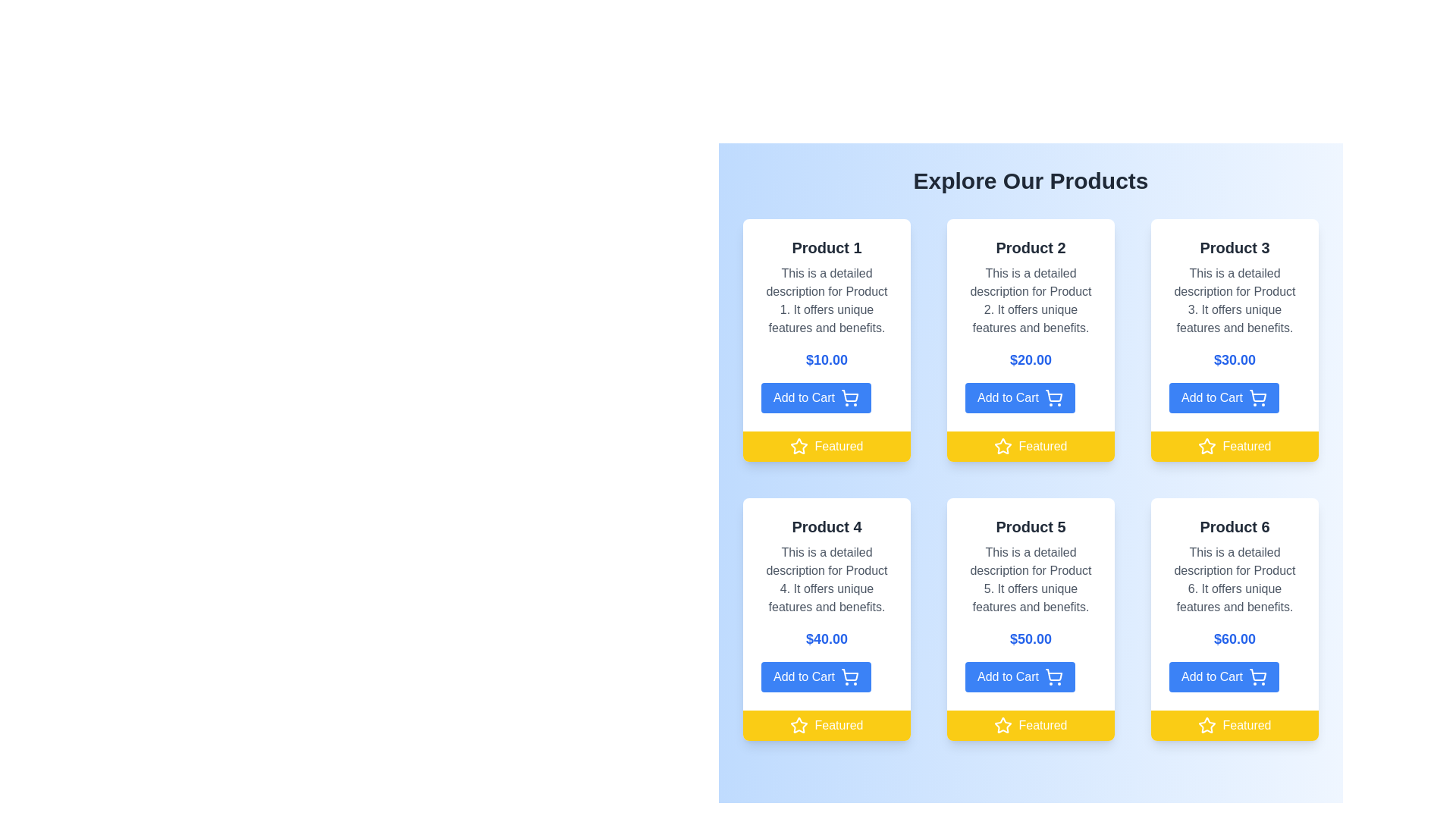 The height and width of the screenshot is (819, 1456). Describe the element at coordinates (826, 301) in the screenshot. I see `the text content element that describes 'This is a detailed description for Product 1.' located within the product card` at that location.